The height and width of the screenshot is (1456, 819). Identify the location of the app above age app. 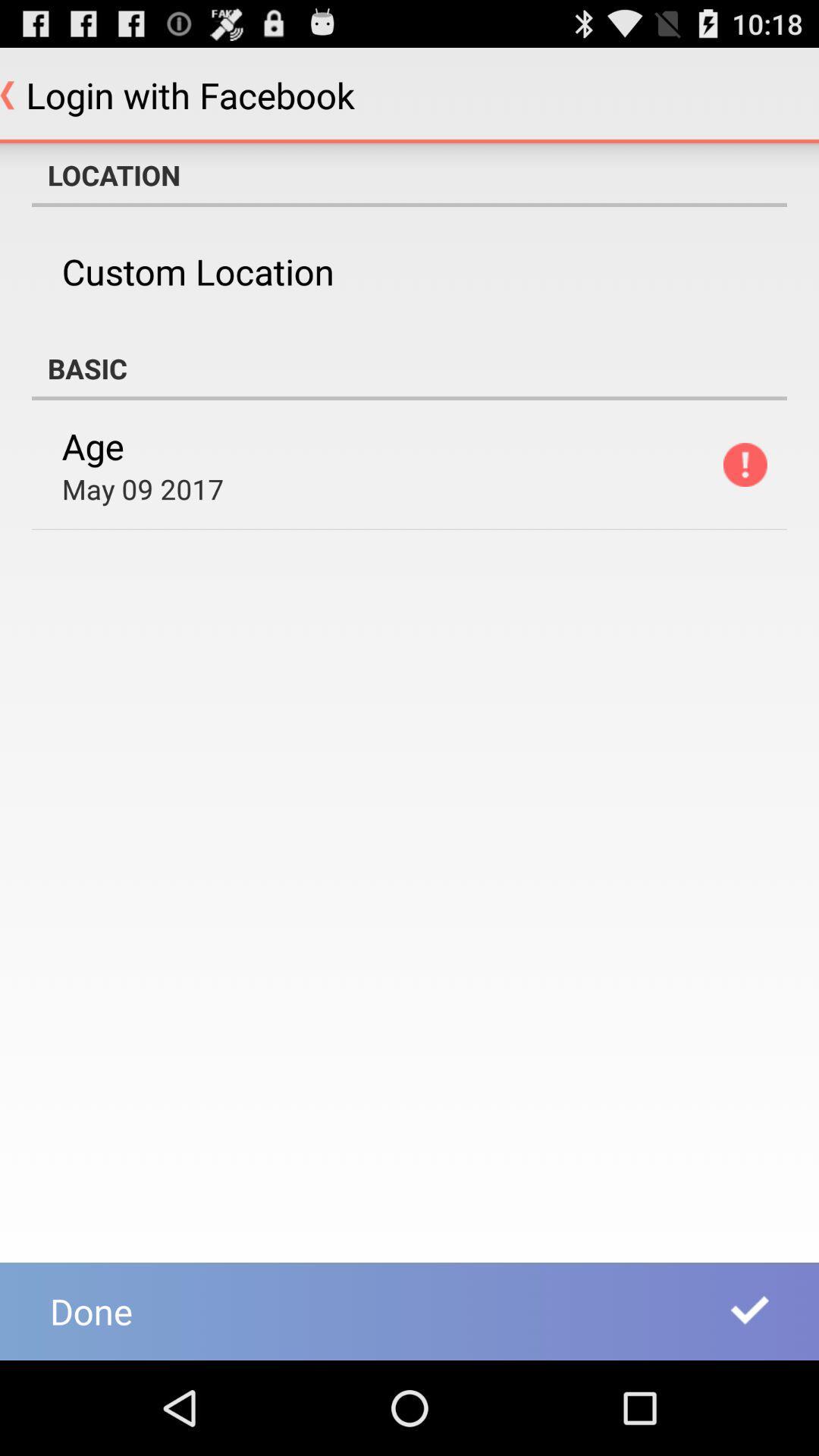
(409, 368).